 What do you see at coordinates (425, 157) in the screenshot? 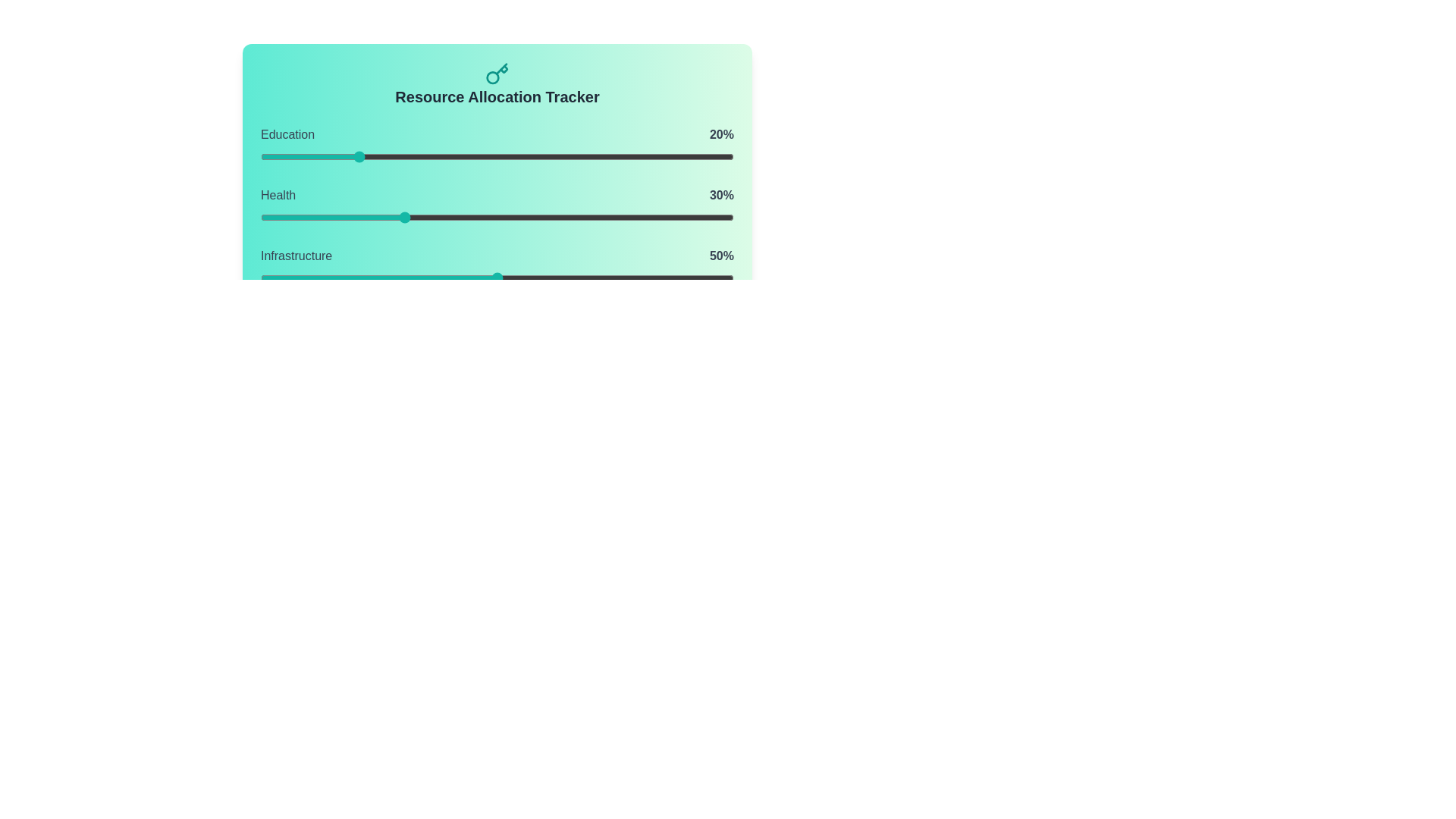
I see `the Education slider to 35% allocation` at bounding box center [425, 157].